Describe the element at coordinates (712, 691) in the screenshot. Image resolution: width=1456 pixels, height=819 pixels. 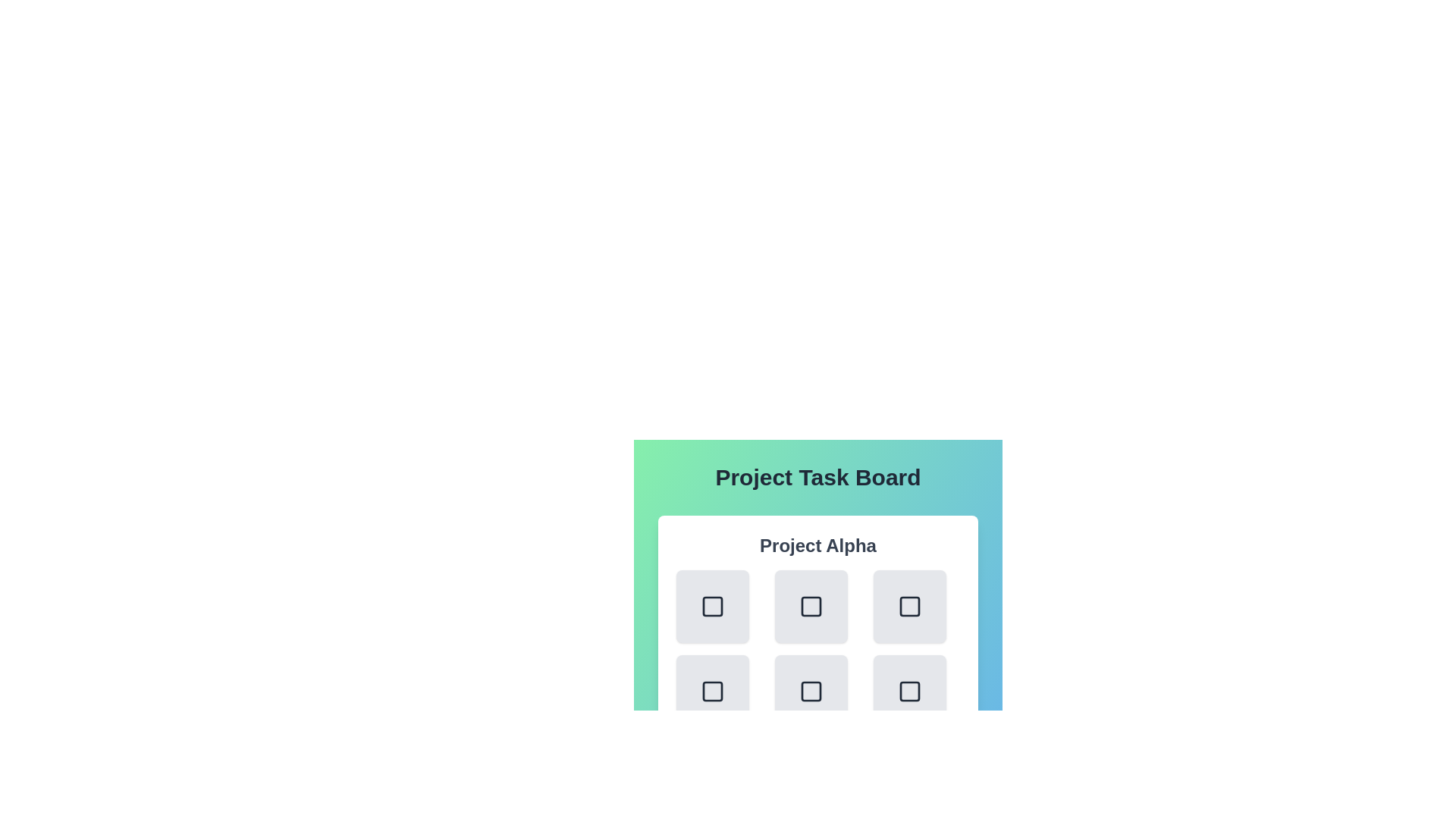
I see `the task button corresponding to task 3 in project Project Alpha` at that location.